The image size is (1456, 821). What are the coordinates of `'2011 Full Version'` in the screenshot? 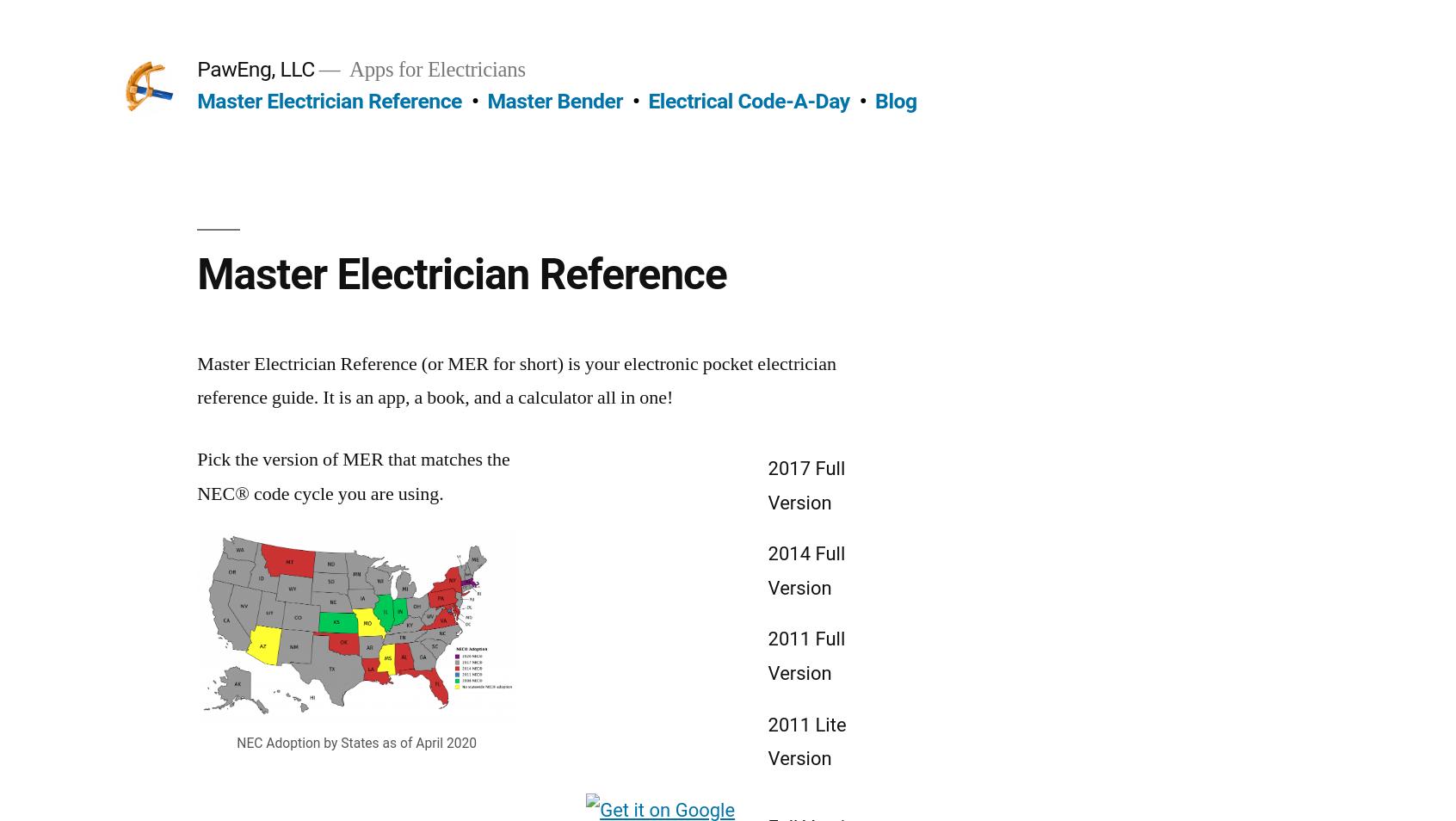 It's located at (806, 655).